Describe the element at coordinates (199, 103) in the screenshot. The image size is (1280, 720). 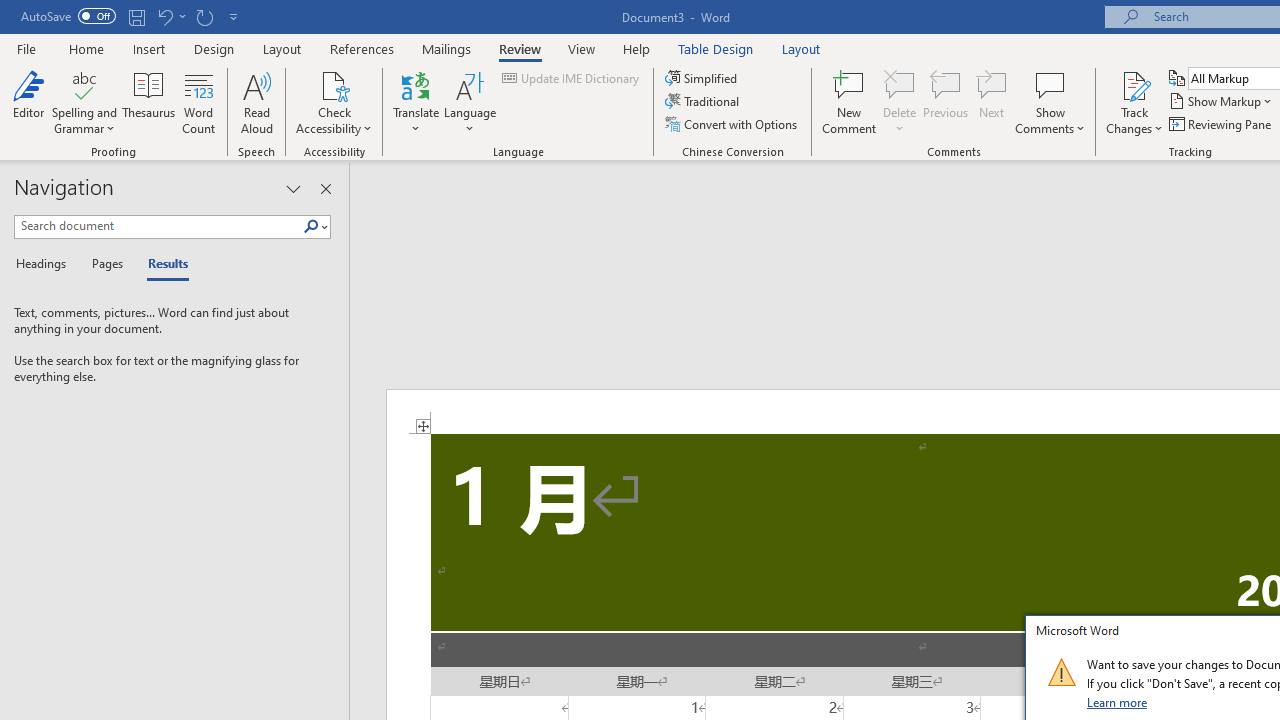
I see `'Word Count'` at that location.